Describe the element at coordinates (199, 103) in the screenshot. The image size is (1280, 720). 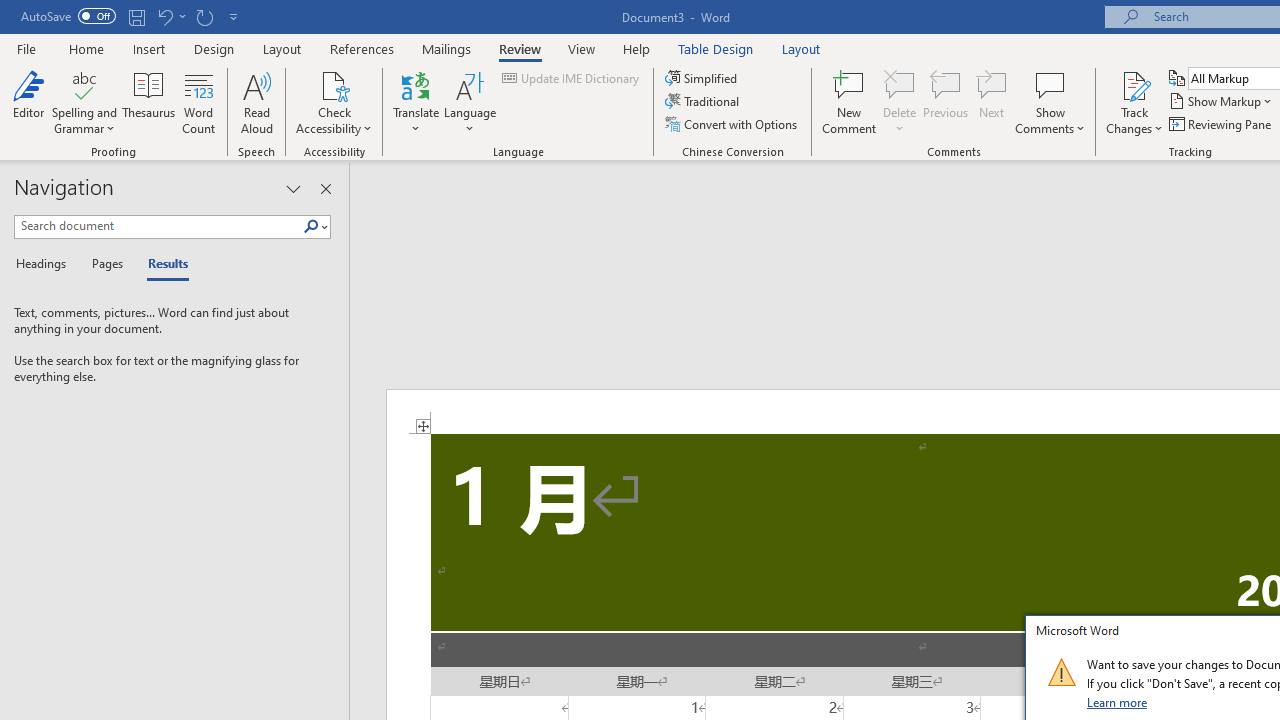
I see `'Word Count'` at that location.